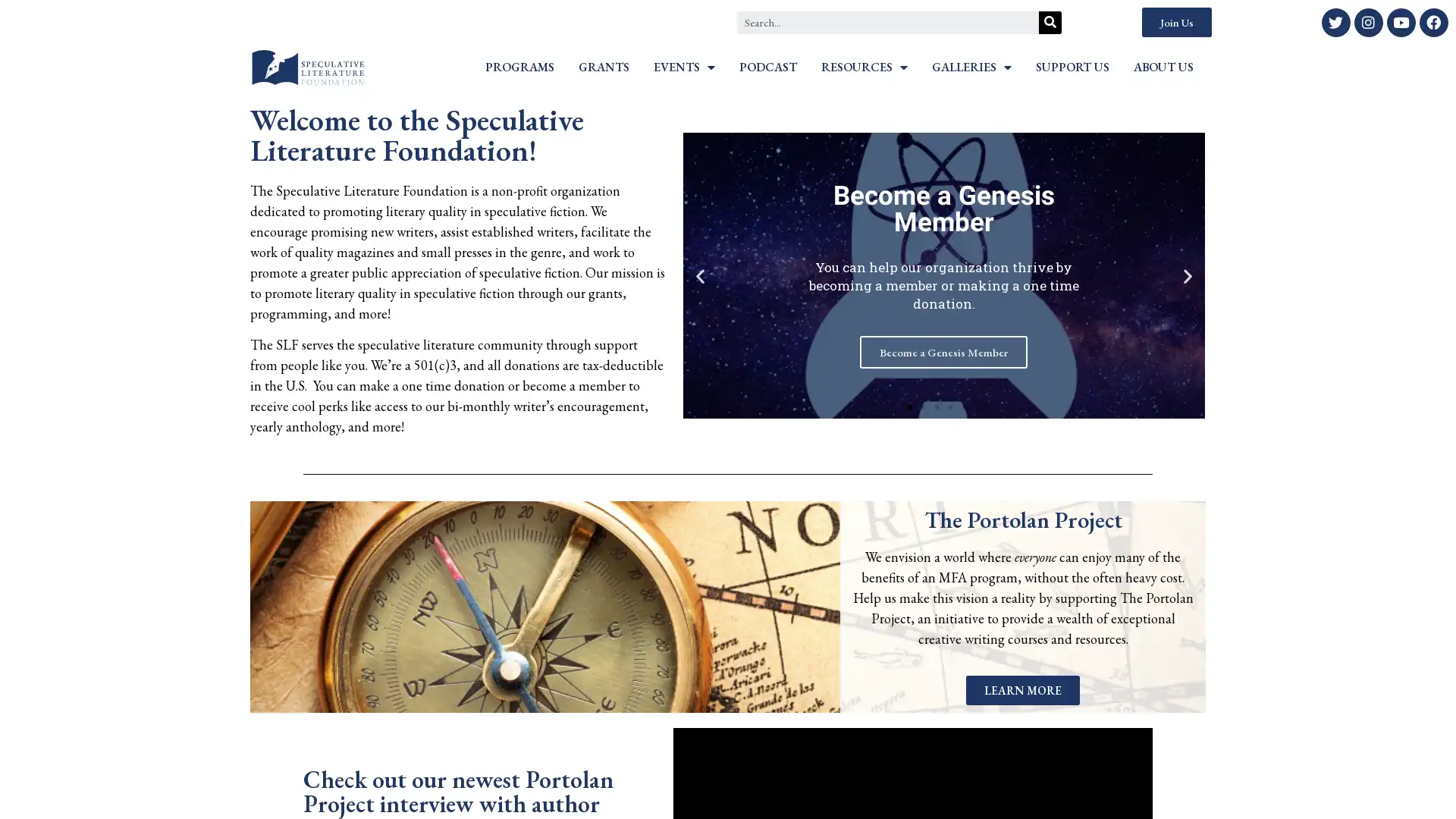 Image resolution: width=1456 pixels, height=819 pixels. What do you see at coordinates (910, 406) in the screenshot?
I see `Go to slide 1` at bounding box center [910, 406].